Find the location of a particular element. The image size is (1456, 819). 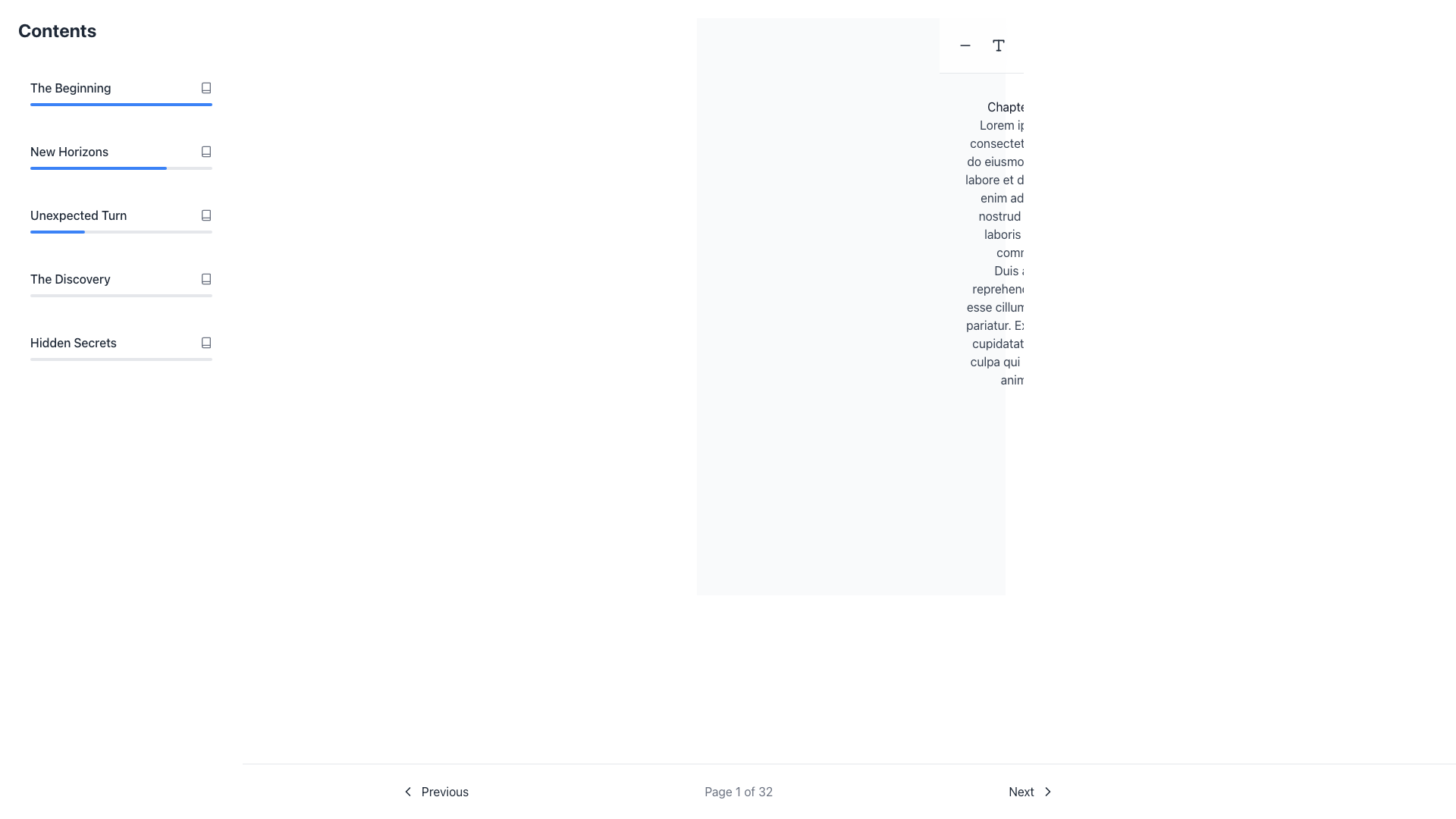

the SVG icon located at the right end of the 'Unexpected Turn' list item in the contents navigation interface is located at coordinates (206, 215).